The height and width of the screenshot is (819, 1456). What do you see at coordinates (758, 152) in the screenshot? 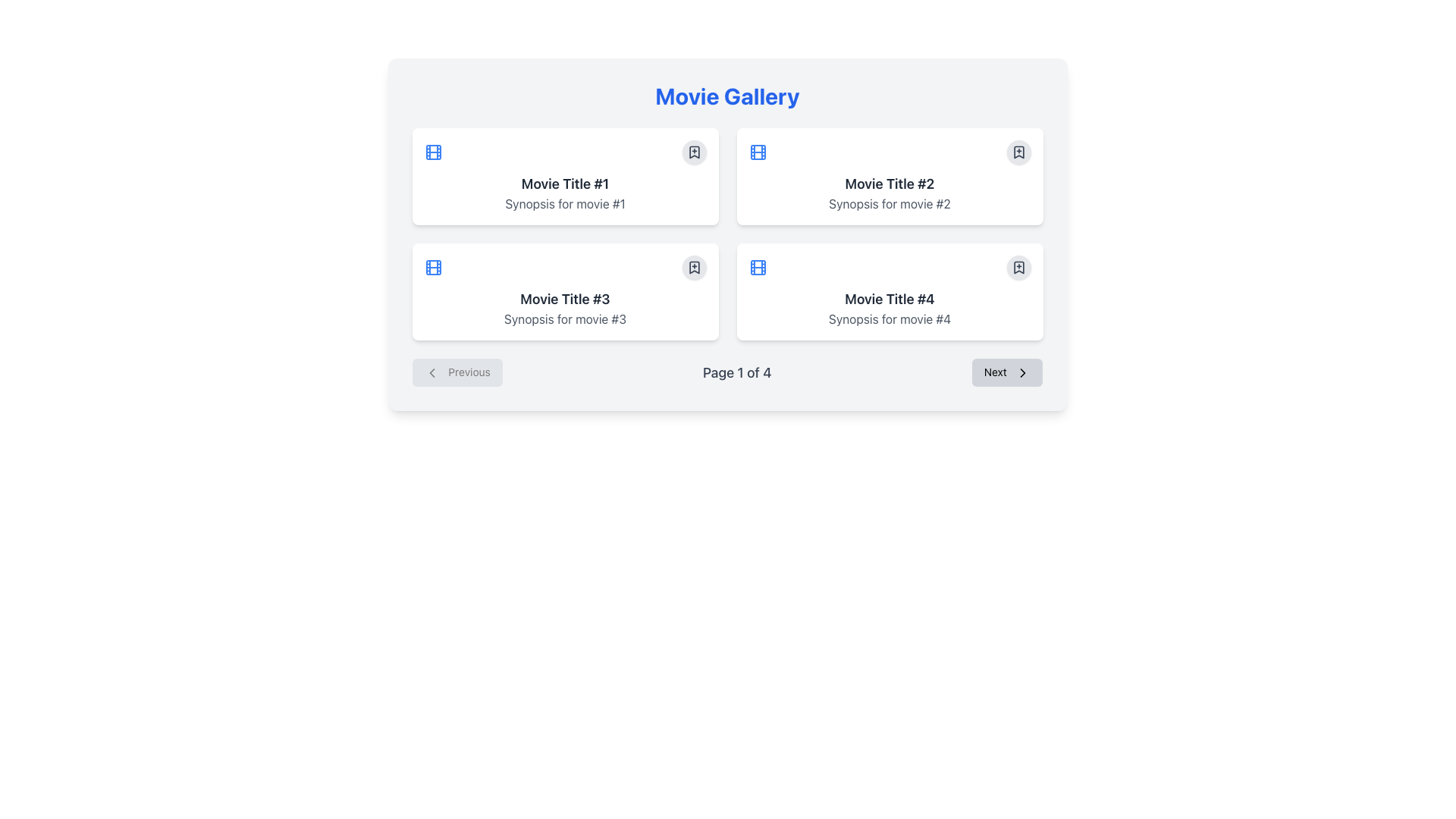
I see `the movie icon located in the upper-right of the card titled 'Movie Title #2' to interact with the associated content` at bounding box center [758, 152].